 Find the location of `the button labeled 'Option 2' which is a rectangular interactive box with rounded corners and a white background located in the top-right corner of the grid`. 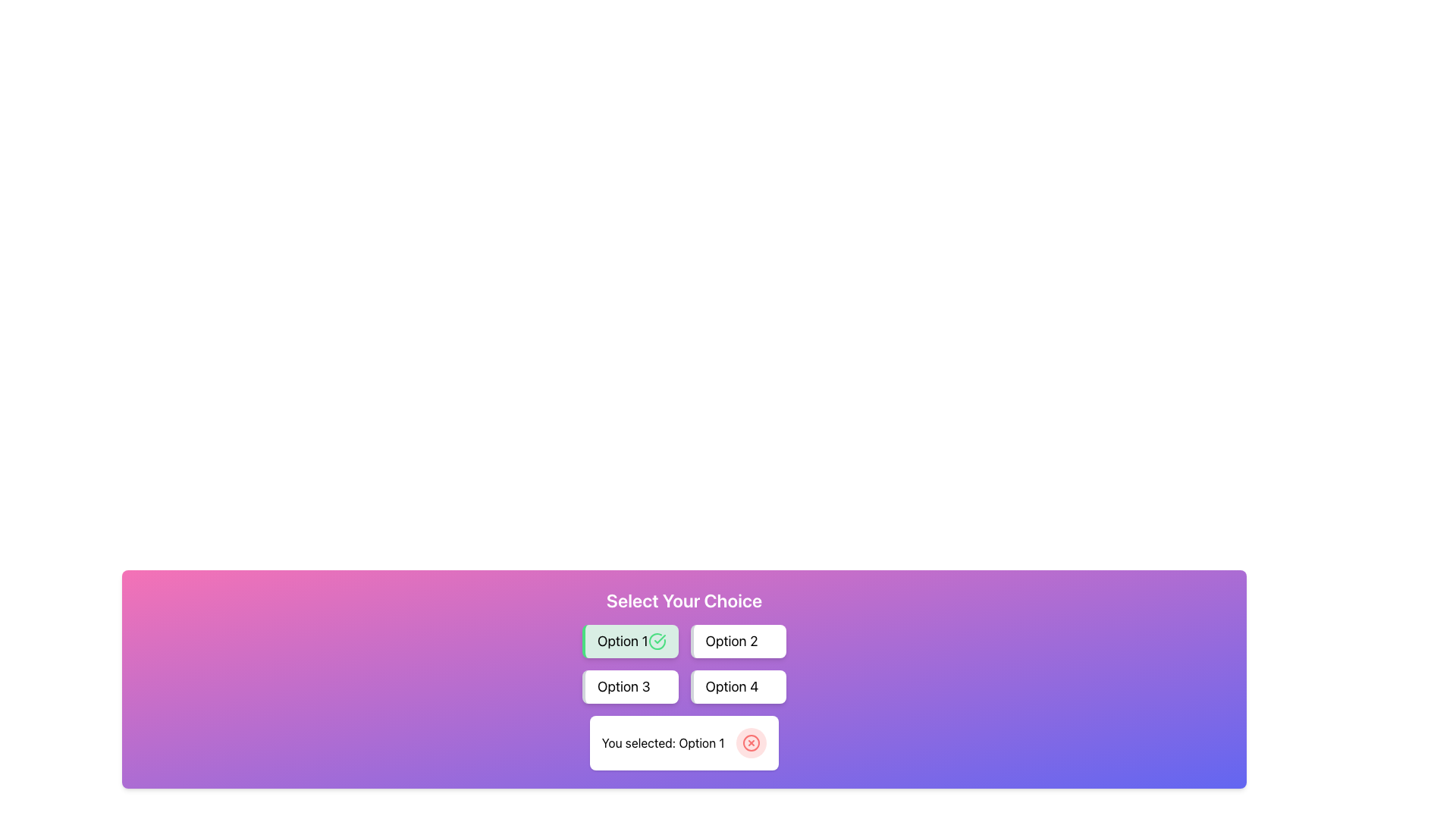

the button labeled 'Option 2' which is a rectangular interactive box with rounded corners and a white background located in the top-right corner of the grid is located at coordinates (738, 641).